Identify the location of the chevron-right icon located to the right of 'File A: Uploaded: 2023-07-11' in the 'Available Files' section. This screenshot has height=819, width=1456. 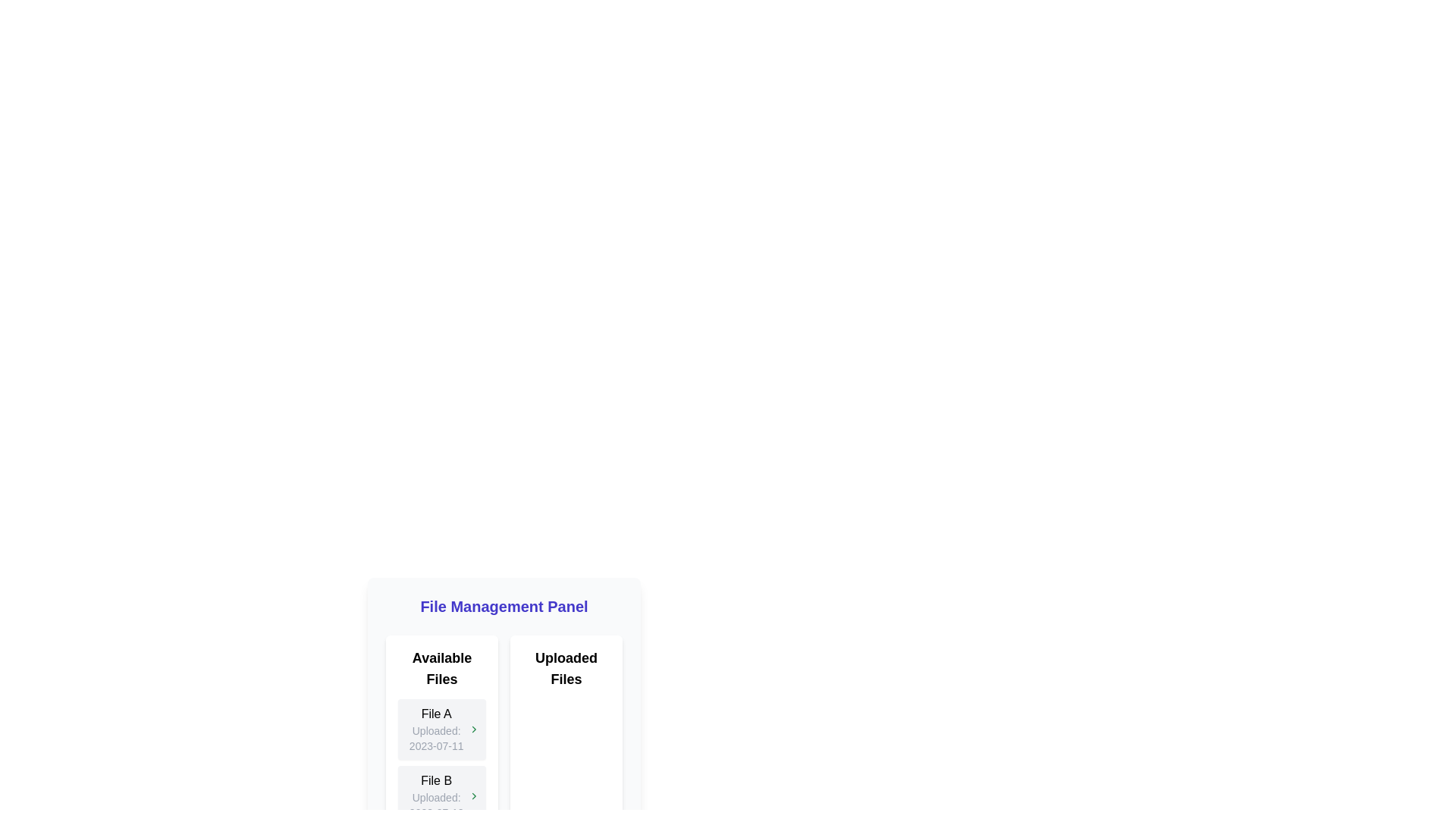
(473, 728).